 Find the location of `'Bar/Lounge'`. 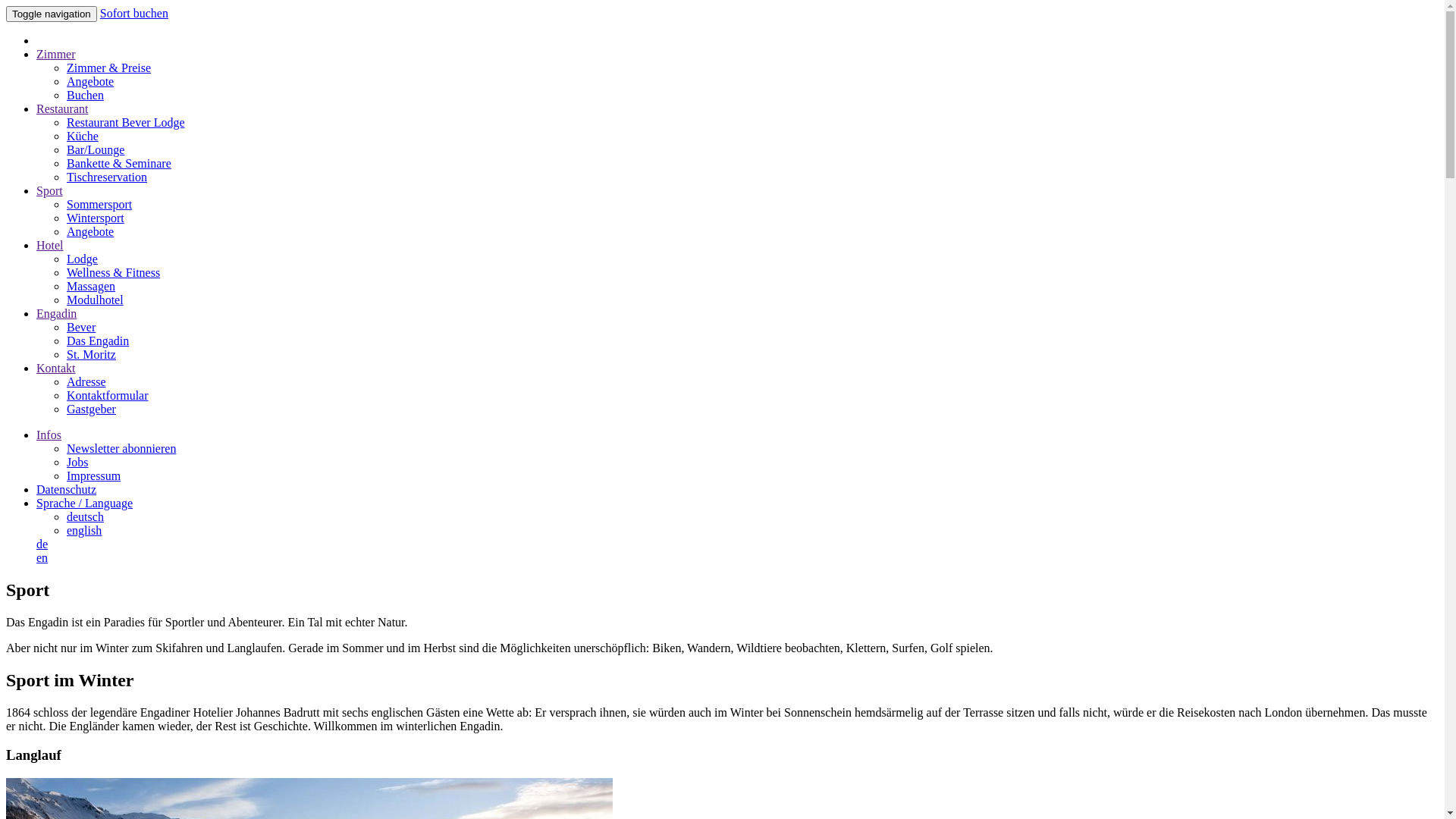

'Bar/Lounge' is located at coordinates (94, 149).